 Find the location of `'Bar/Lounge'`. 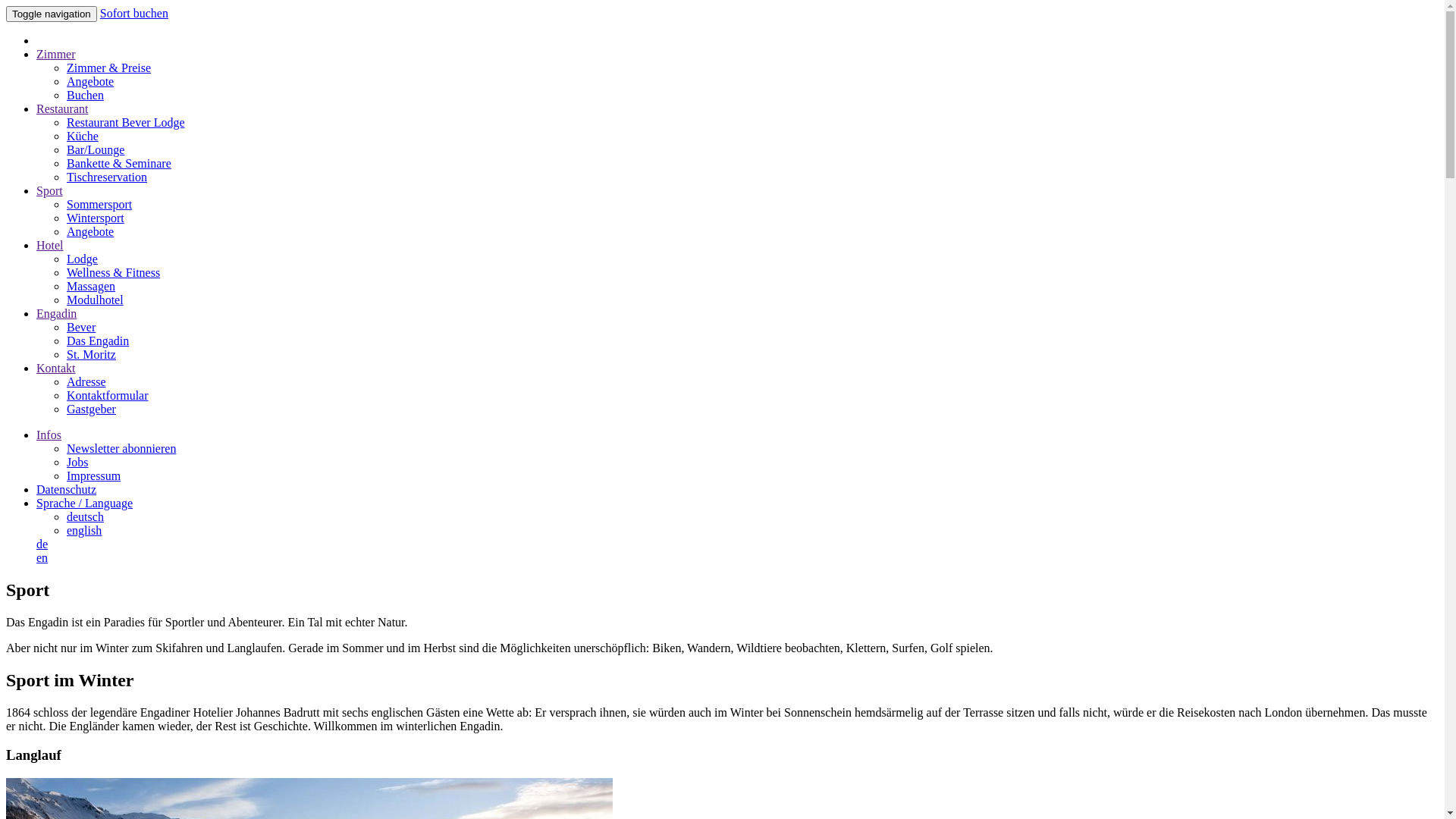

'Bar/Lounge' is located at coordinates (94, 149).